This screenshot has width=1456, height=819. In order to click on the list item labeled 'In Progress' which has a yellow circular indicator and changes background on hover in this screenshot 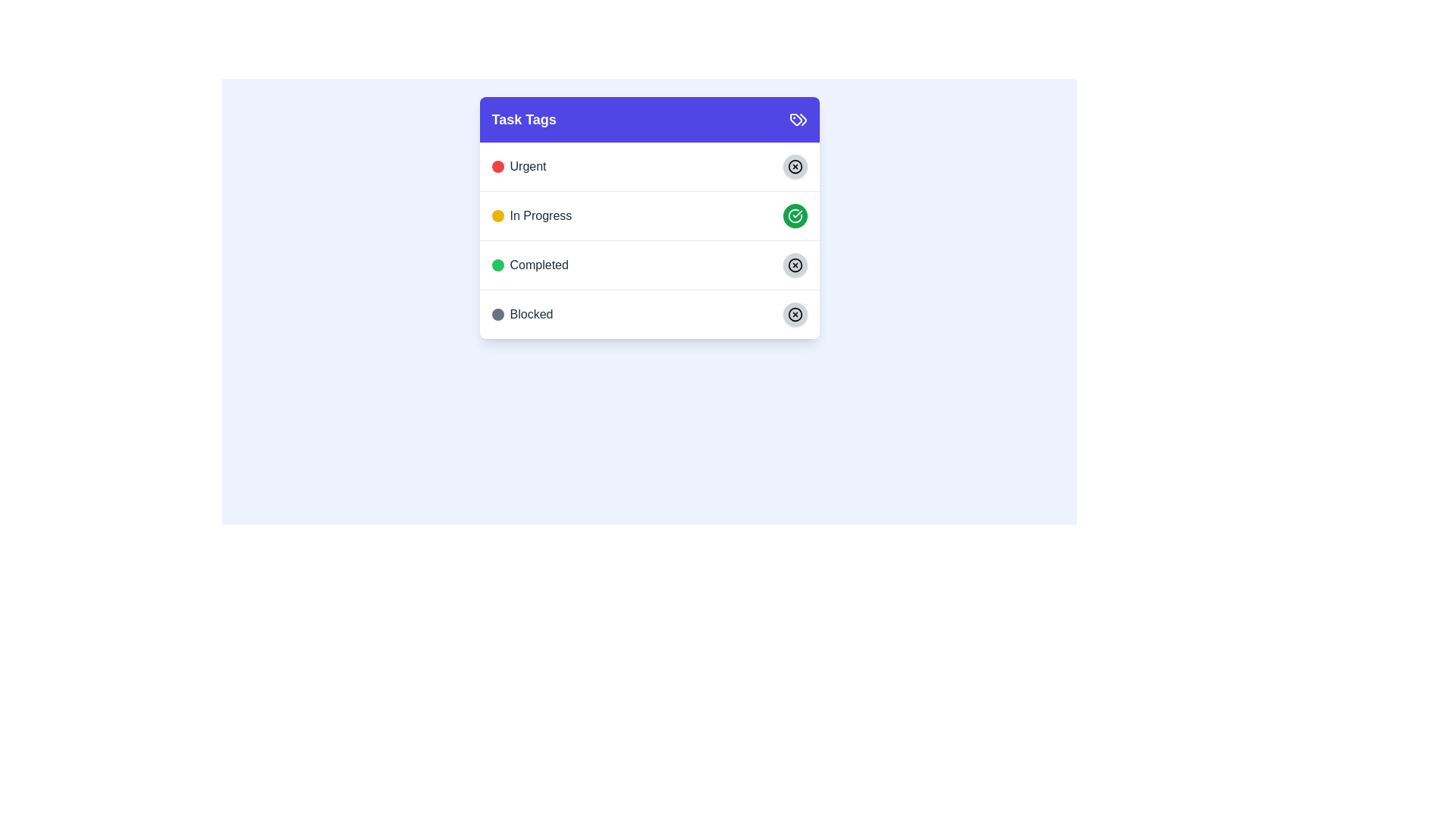, I will do `click(649, 215)`.